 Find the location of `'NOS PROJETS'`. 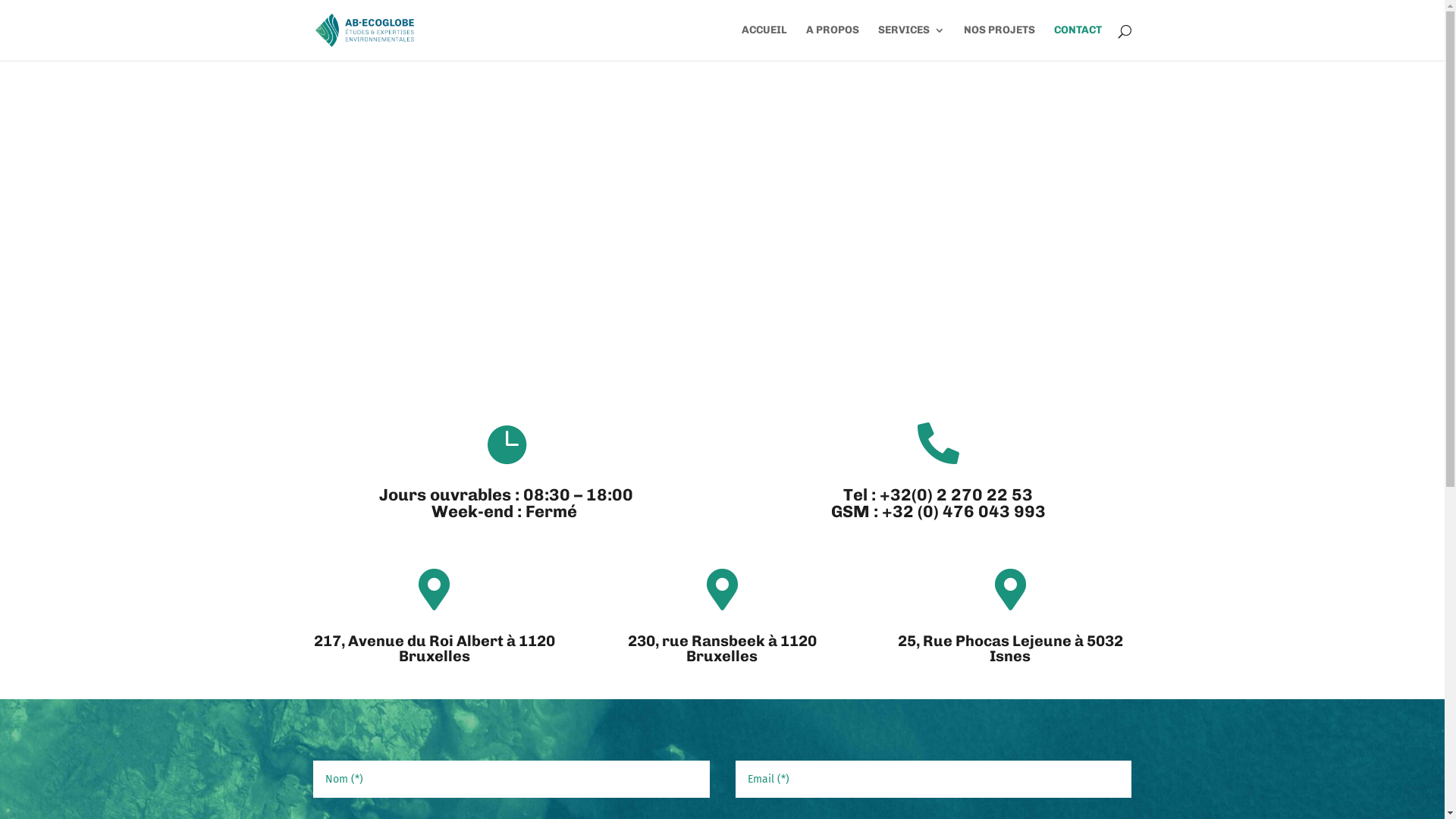

'NOS PROJETS' is located at coordinates (998, 42).